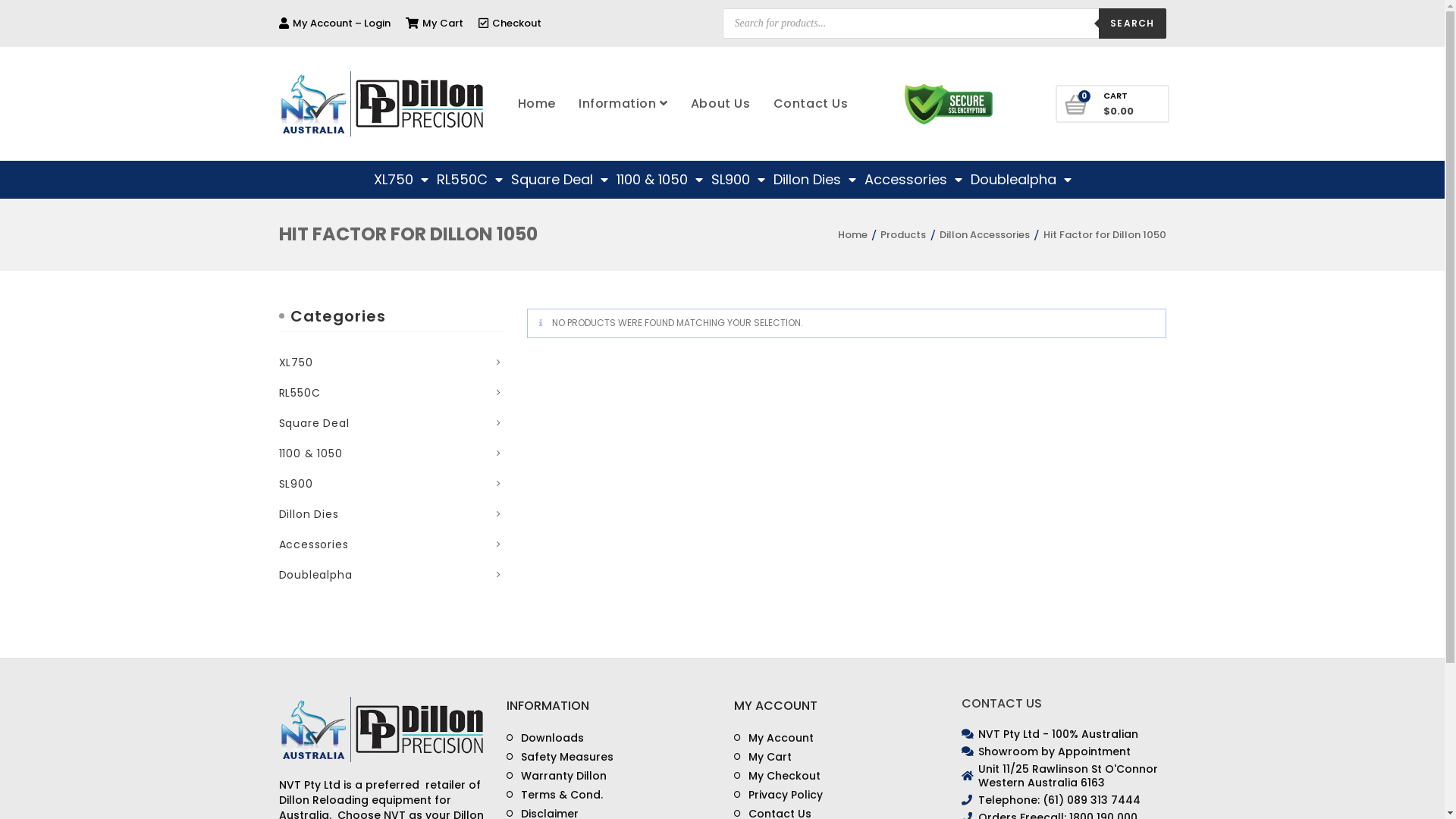 This screenshot has width=1456, height=819. I want to click on 'Home', so click(537, 103).